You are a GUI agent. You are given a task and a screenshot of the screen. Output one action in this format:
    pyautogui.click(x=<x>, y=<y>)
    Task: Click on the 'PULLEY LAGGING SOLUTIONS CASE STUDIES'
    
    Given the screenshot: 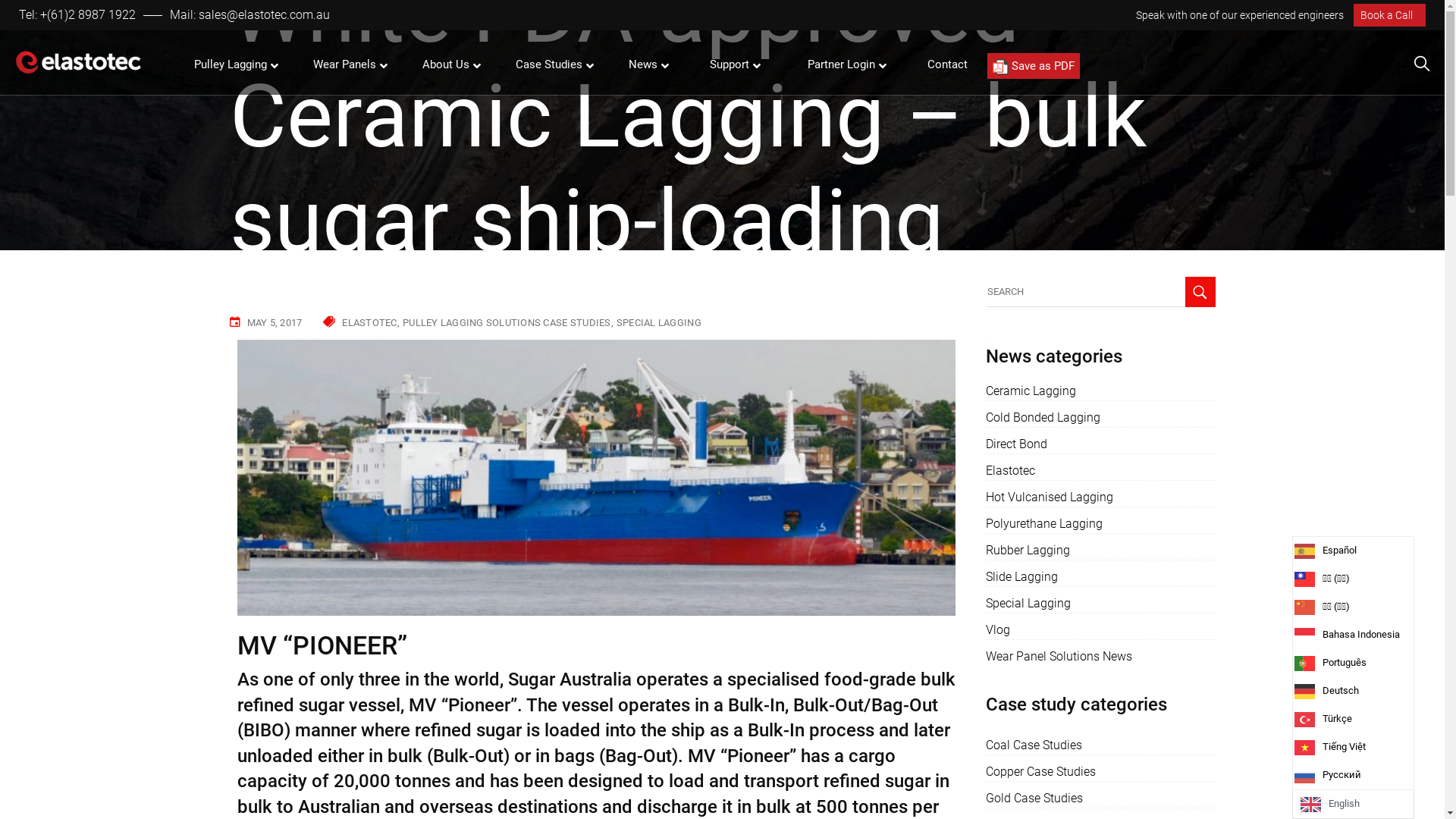 What is the action you would take?
    pyautogui.click(x=508, y=322)
    